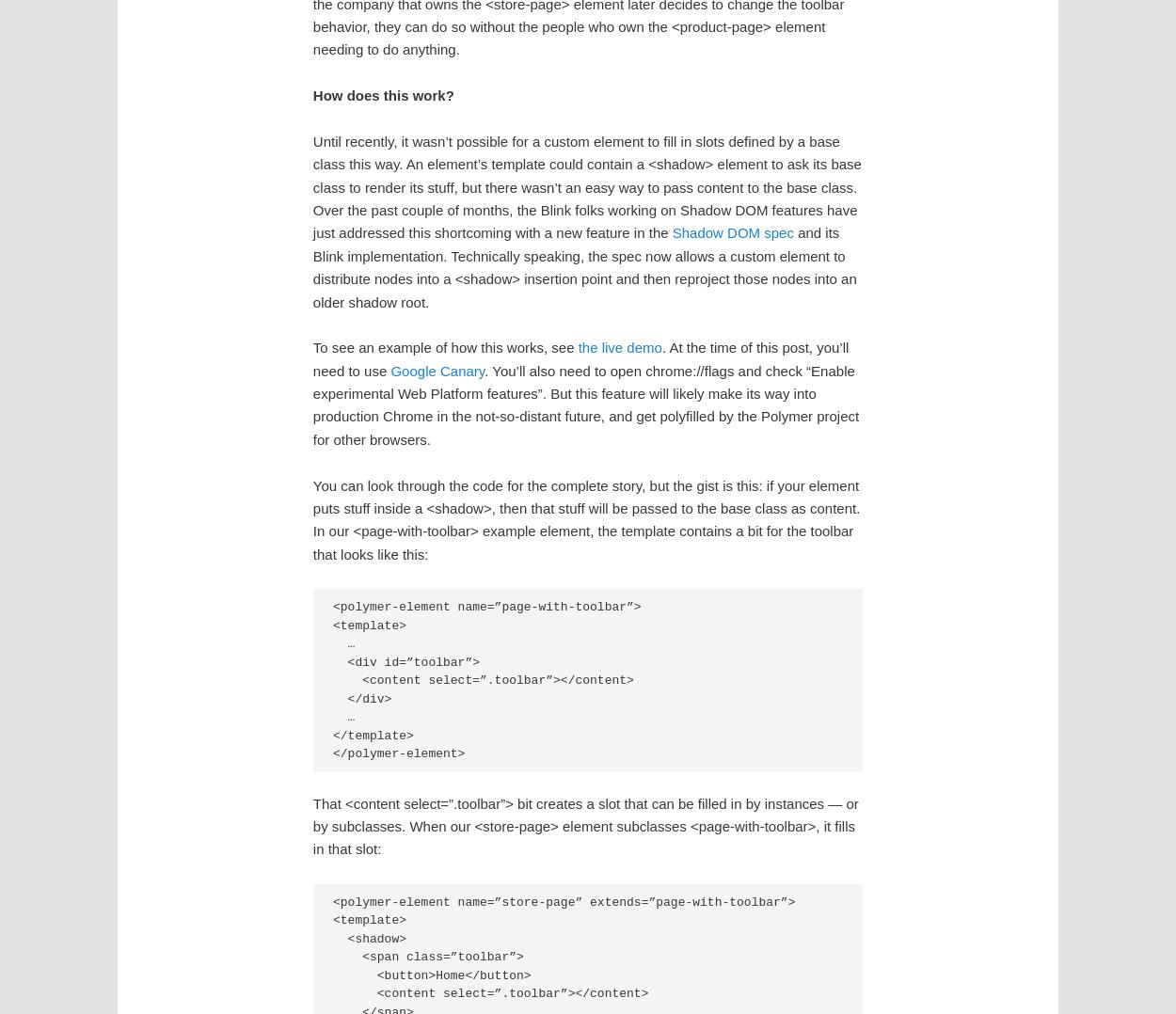  Describe the element at coordinates (486, 679) in the screenshot. I see `'<polymer-element name=”page-with-toolbar”>
<template>
  …
  <div id=”toolbar”>
    <content select=”.toolbar”></content>
  </div>
  …
</template>
</polymer-element>'` at that location.